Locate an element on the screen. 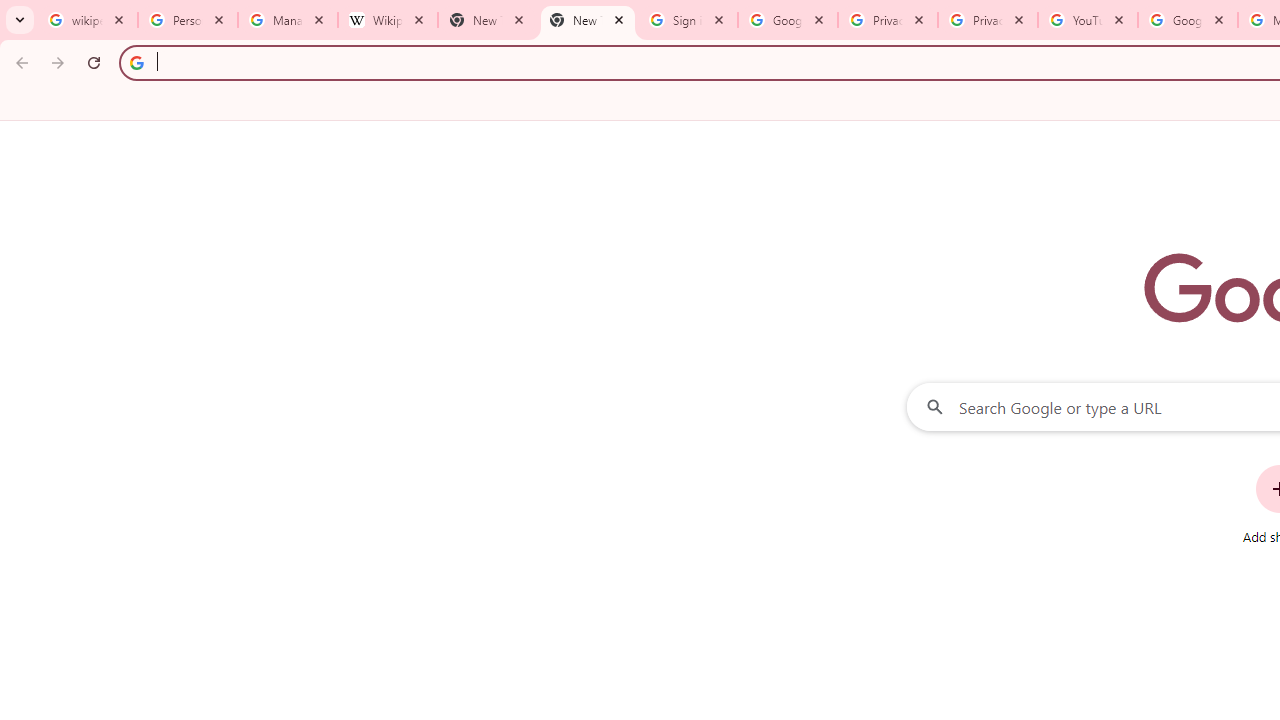 The image size is (1280, 720). 'Wikipedia:Edit requests - Wikipedia' is located at coordinates (387, 20).